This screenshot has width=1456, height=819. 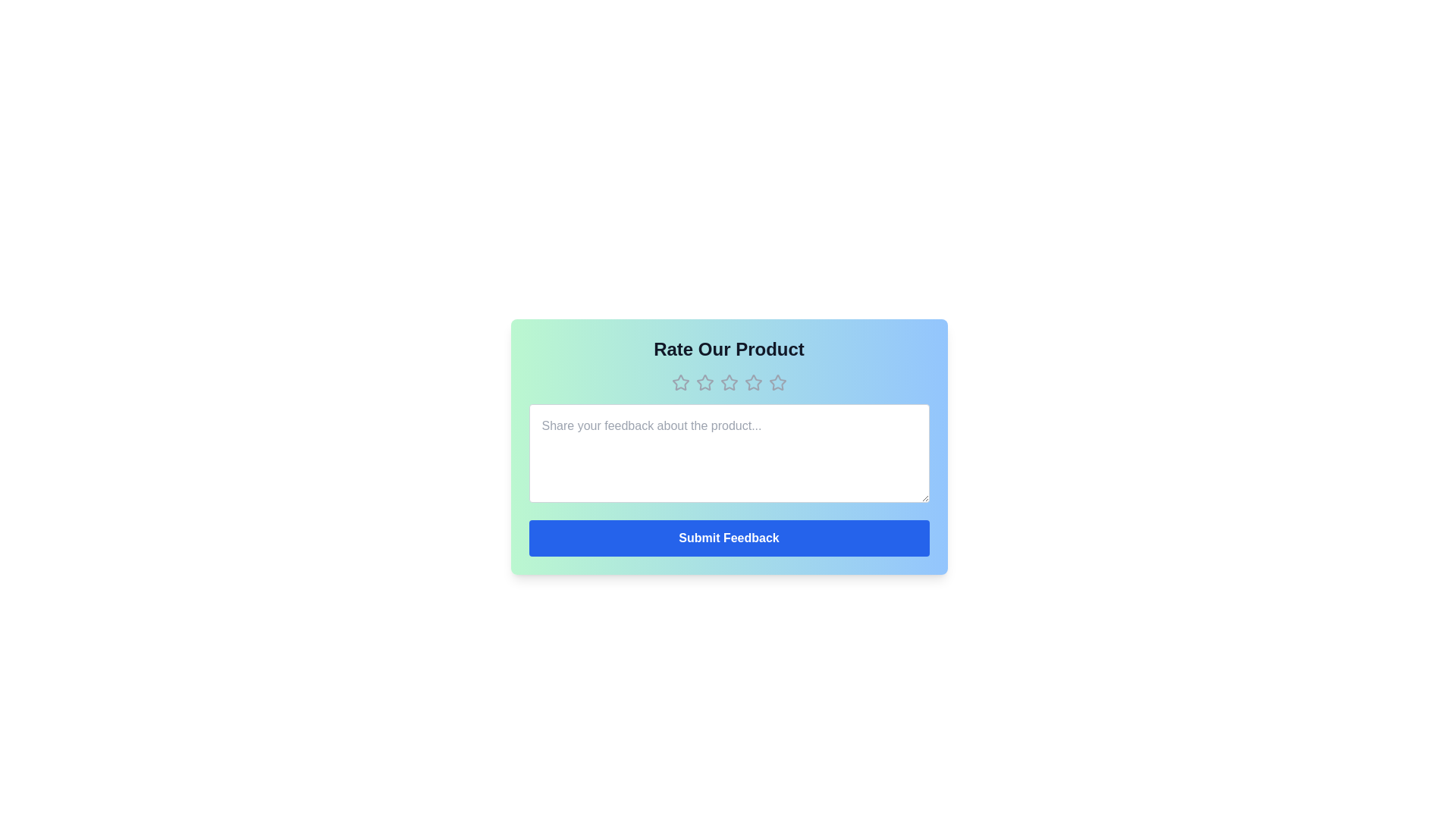 I want to click on the text area and input the text, so click(x=729, y=452).